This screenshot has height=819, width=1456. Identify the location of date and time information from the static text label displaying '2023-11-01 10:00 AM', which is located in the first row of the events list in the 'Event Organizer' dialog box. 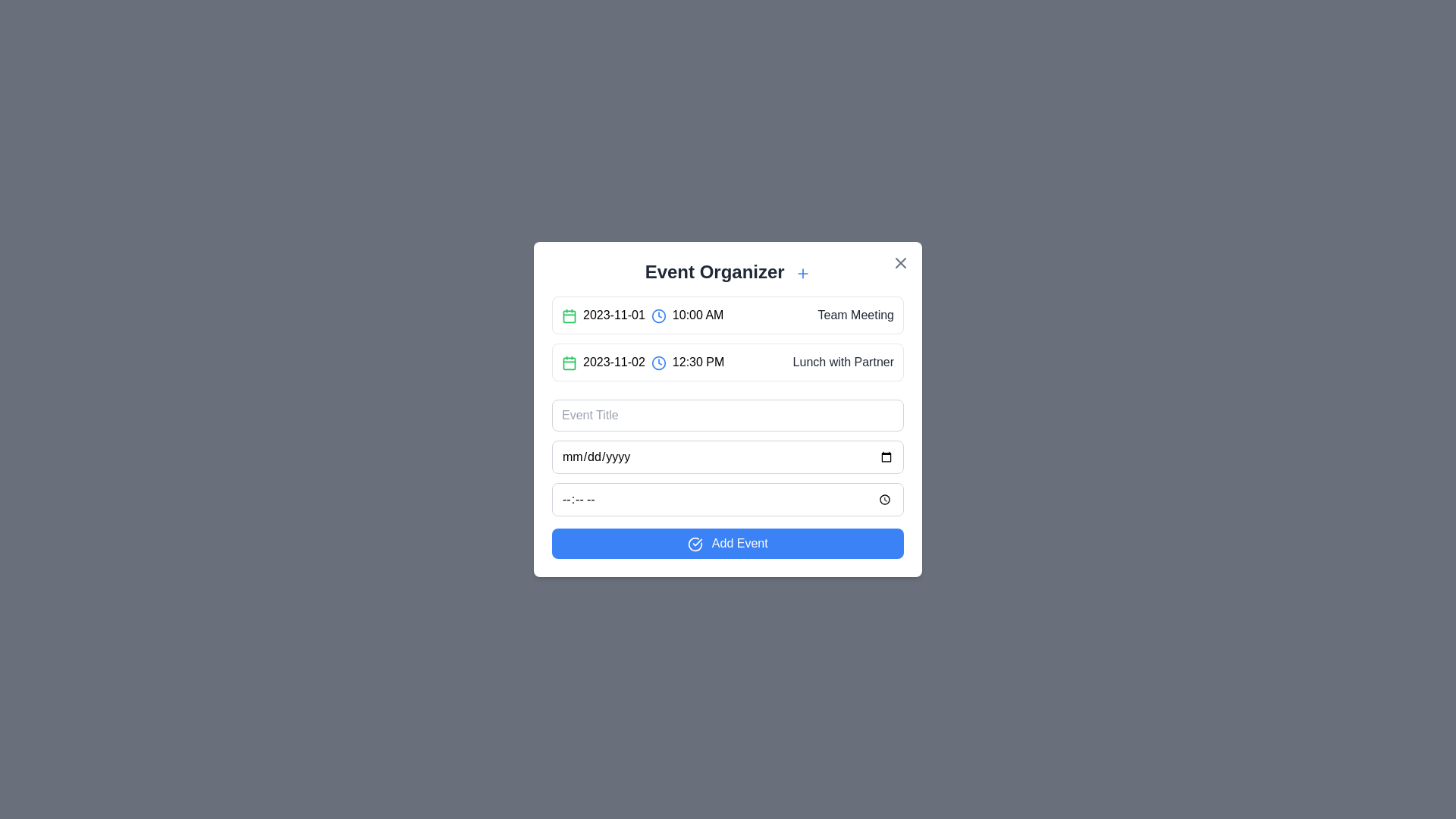
(642, 315).